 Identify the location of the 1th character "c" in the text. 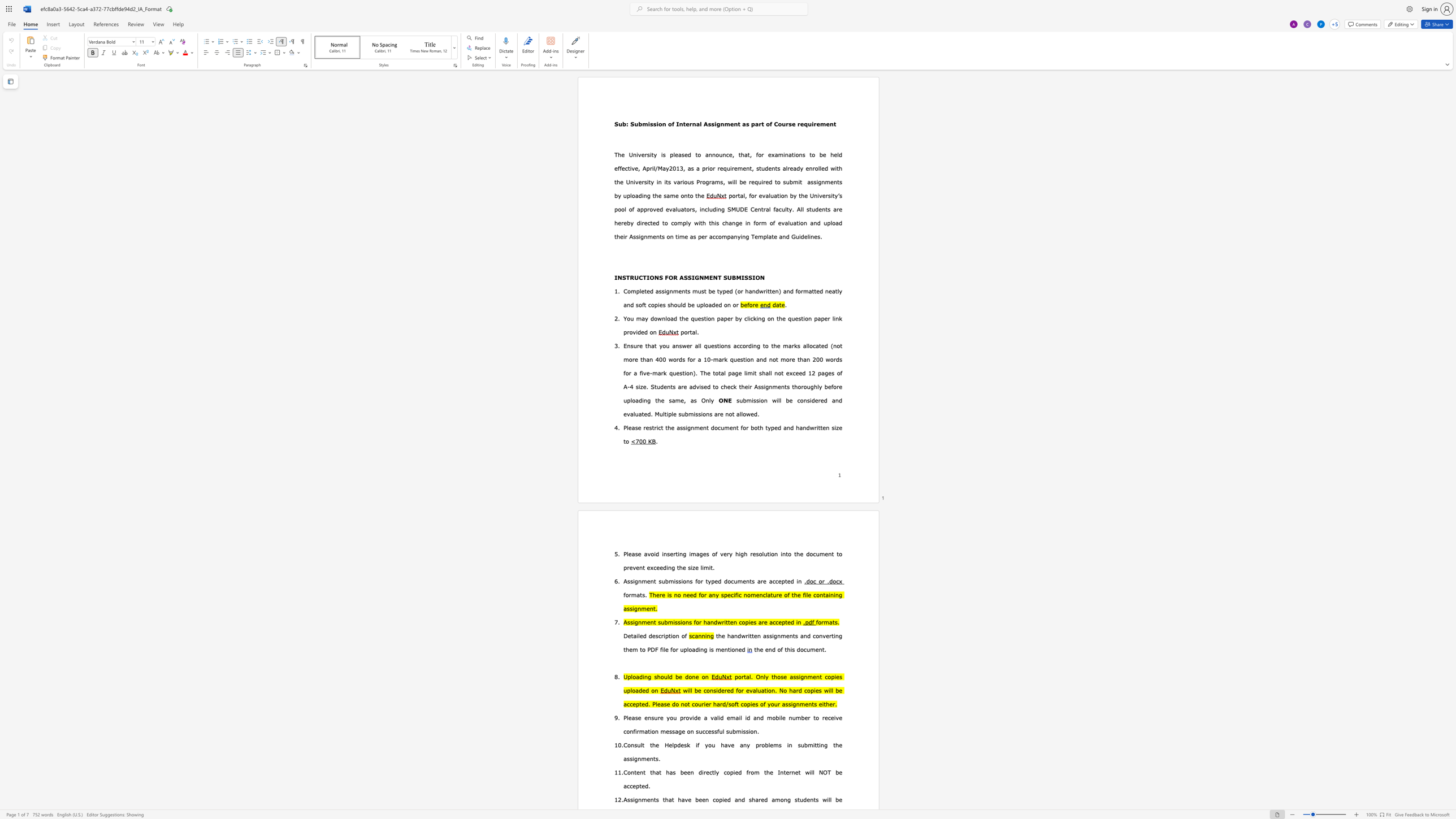
(726, 154).